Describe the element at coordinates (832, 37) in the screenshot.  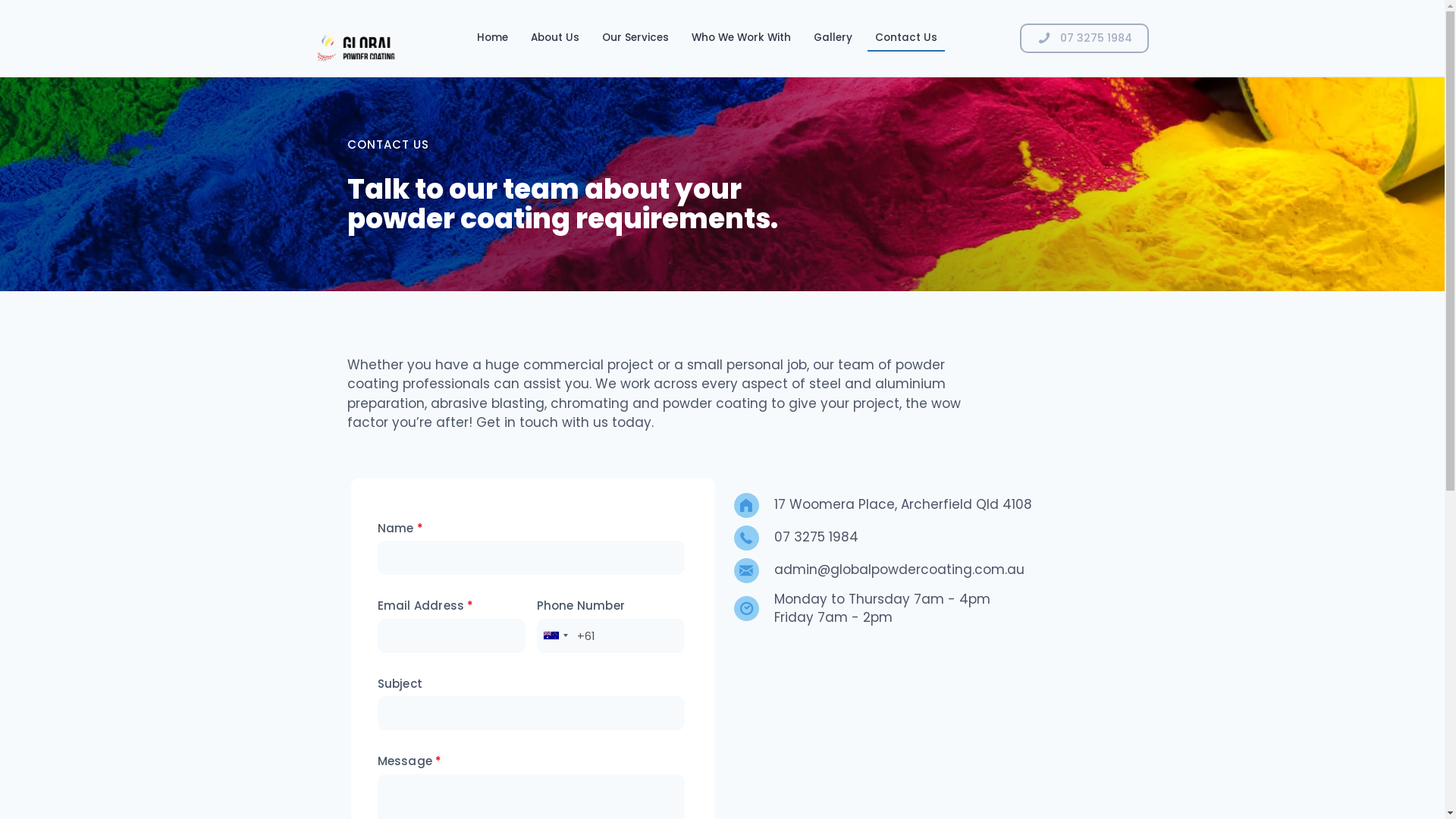
I see `'Gallery'` at that location.